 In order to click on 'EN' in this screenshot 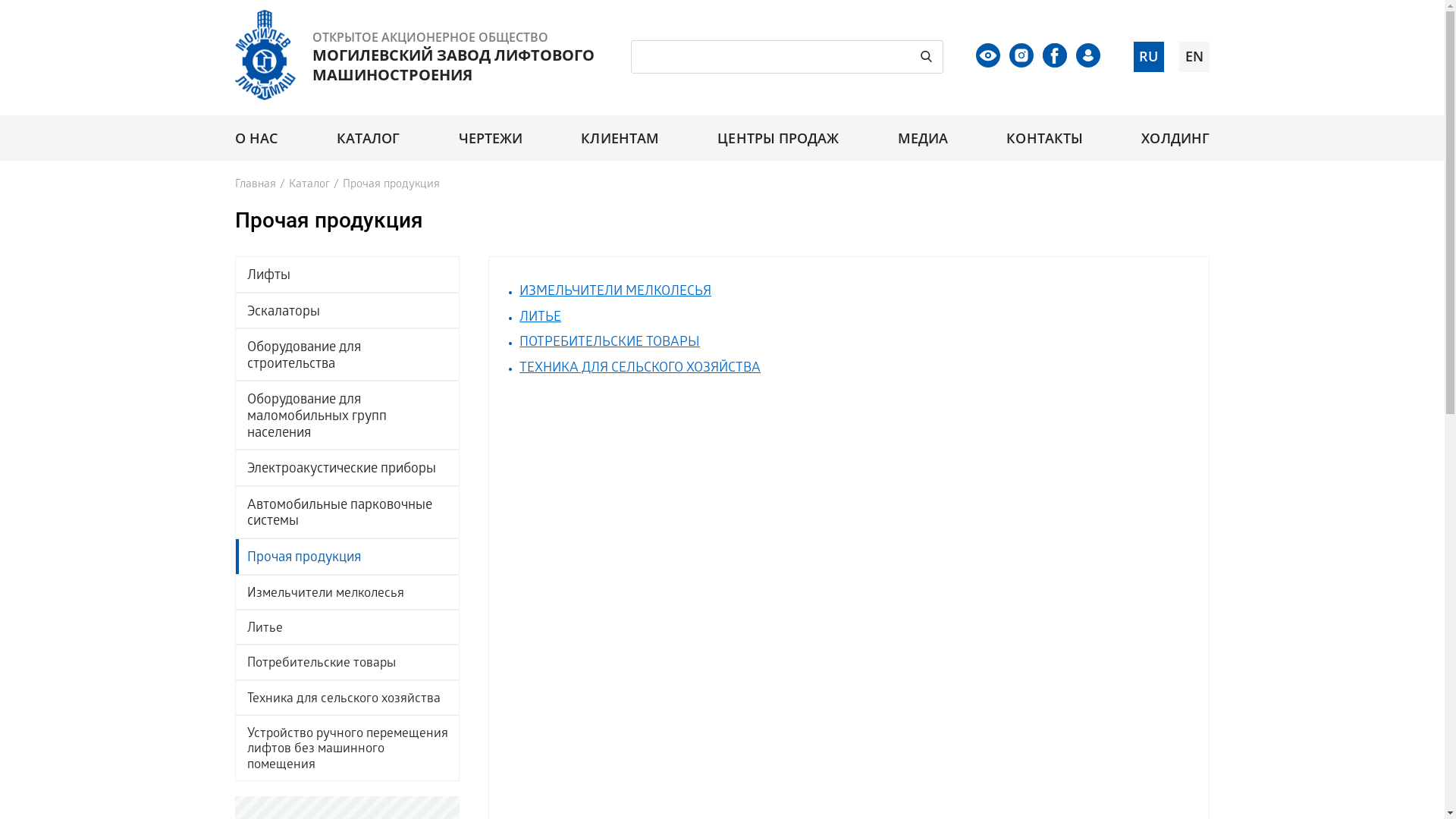, I will do `click(1193, 55)`.